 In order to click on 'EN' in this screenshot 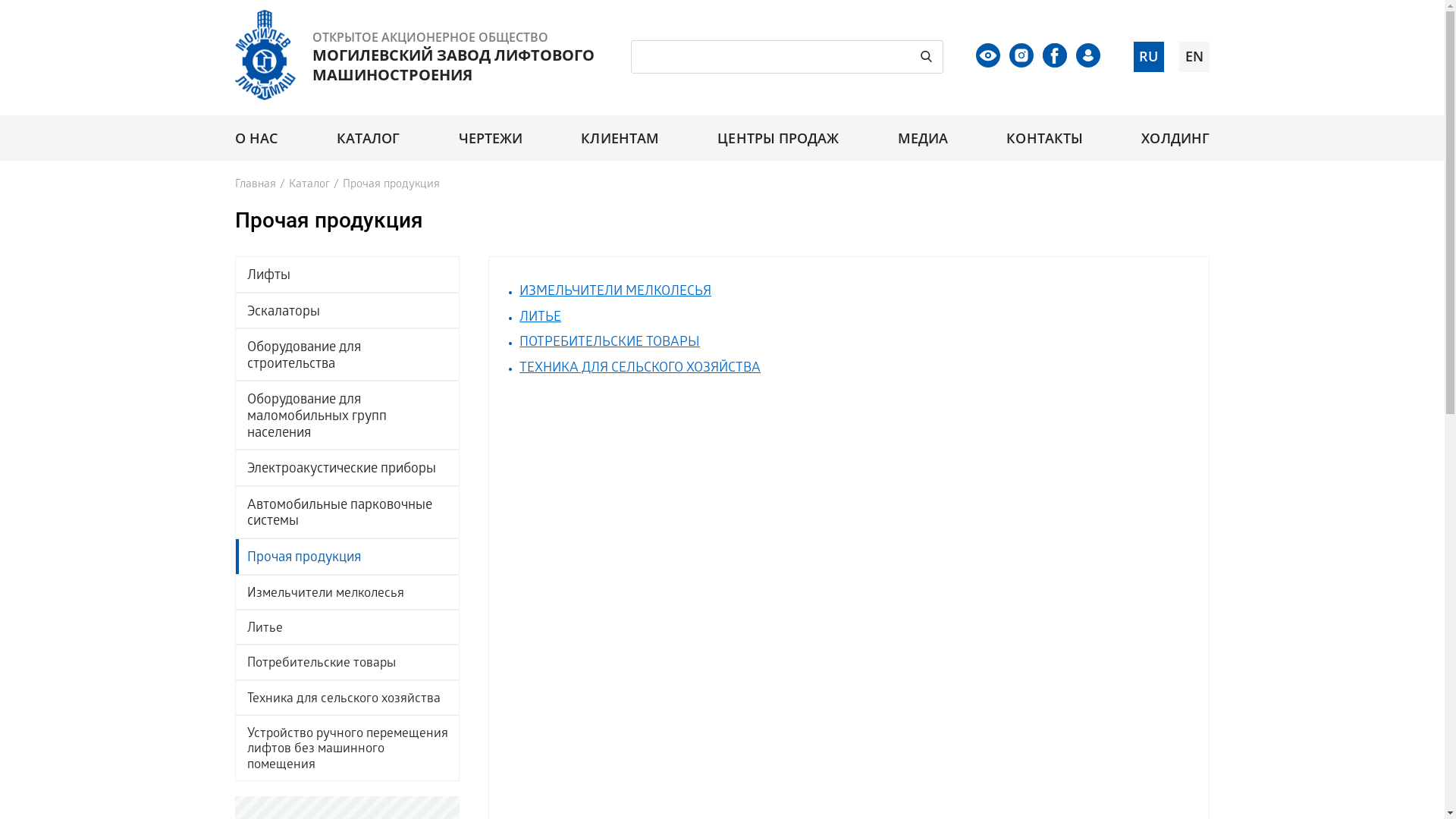, I will do `click(1193, 55)`.